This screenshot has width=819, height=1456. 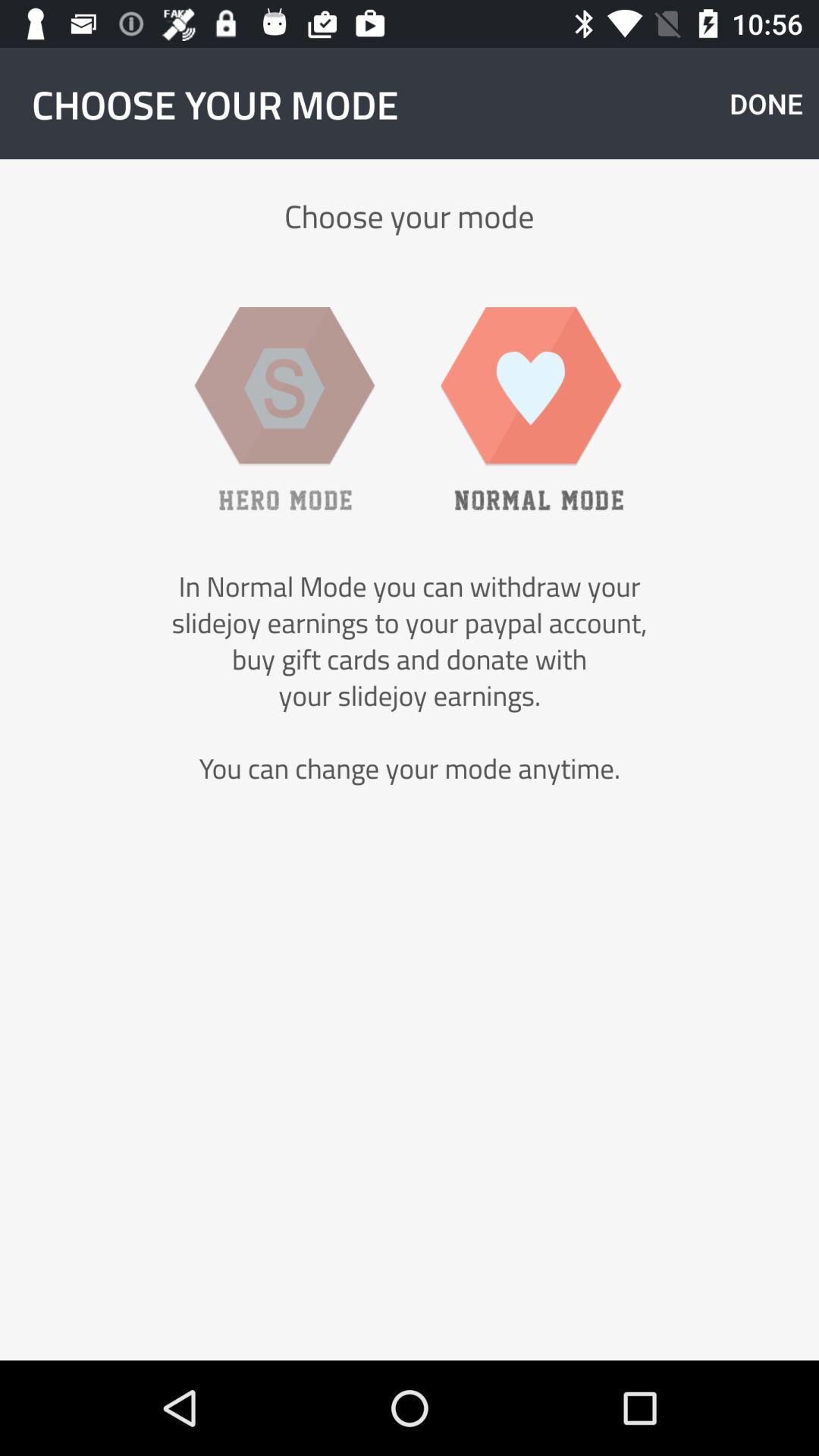 What do you see at coordinates (284, 408) in the screenshot?
I see `choose hero mode` at bounding box center [284, 408].